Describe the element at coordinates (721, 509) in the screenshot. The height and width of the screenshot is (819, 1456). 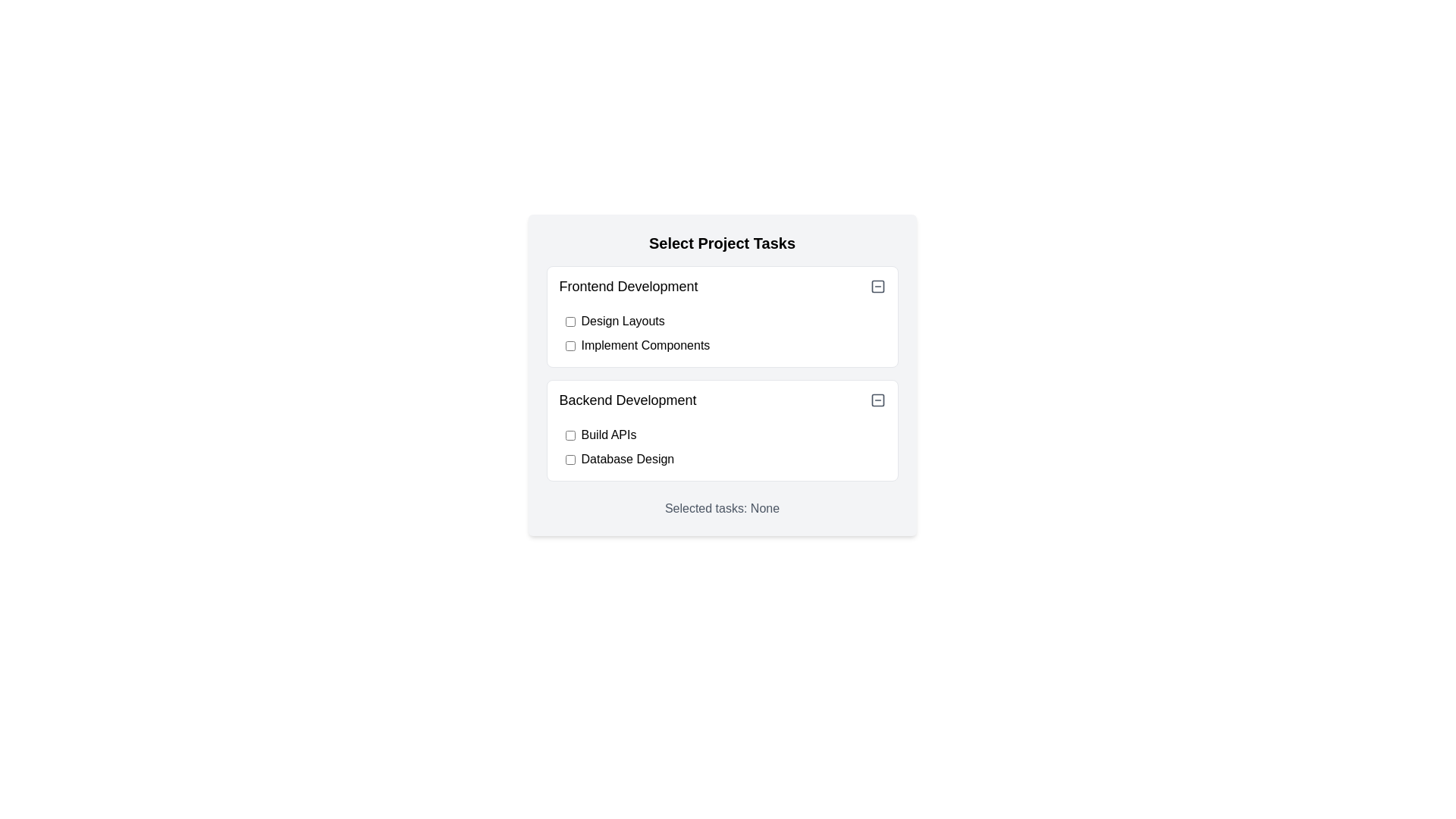
I see `the text label displaying 'Selected tasks: None' located at the bottom of the dialog box titled 'Select Project Tasks'` at that location.